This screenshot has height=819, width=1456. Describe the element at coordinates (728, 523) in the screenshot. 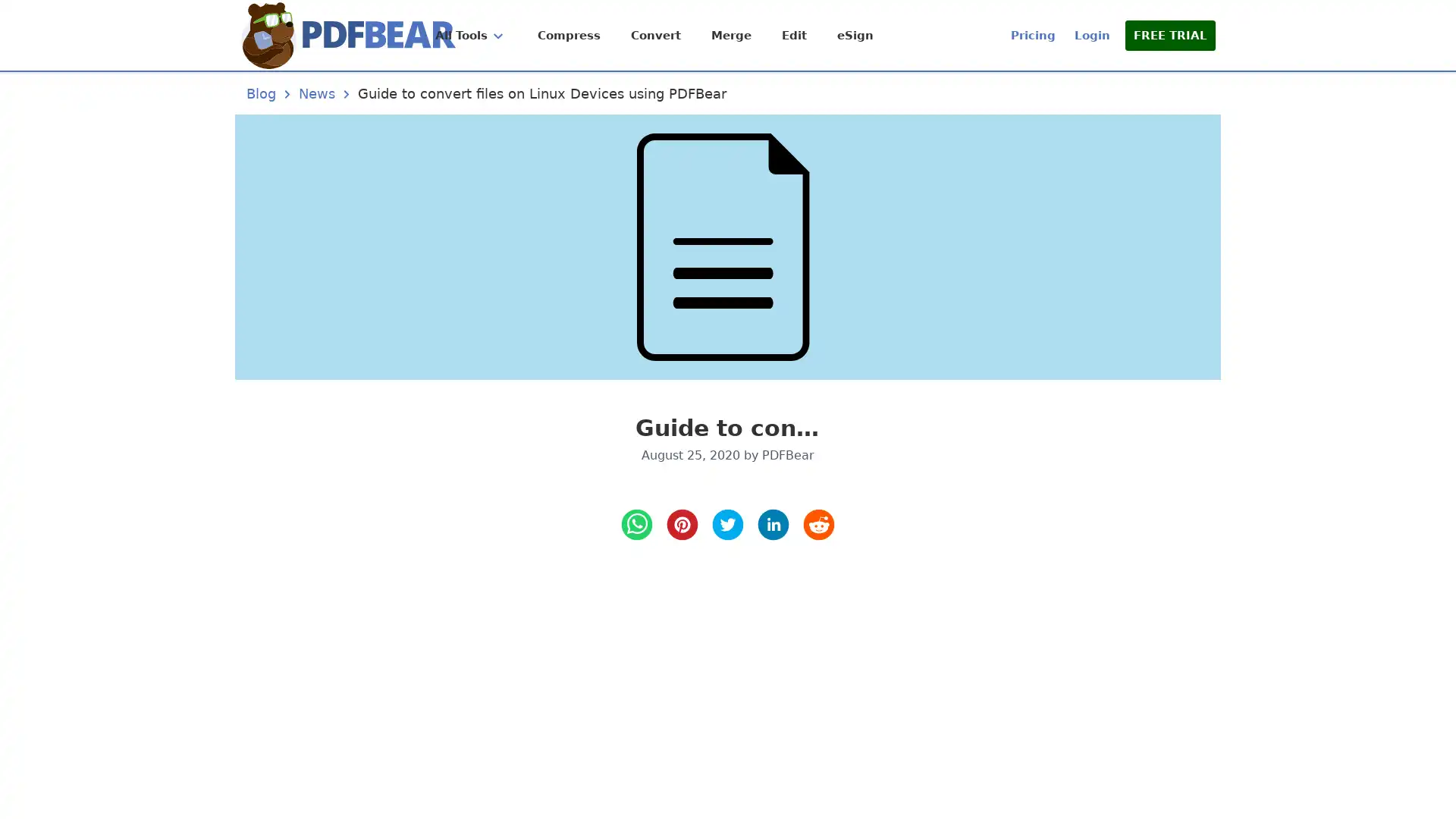

I see `Twitter` at that location.